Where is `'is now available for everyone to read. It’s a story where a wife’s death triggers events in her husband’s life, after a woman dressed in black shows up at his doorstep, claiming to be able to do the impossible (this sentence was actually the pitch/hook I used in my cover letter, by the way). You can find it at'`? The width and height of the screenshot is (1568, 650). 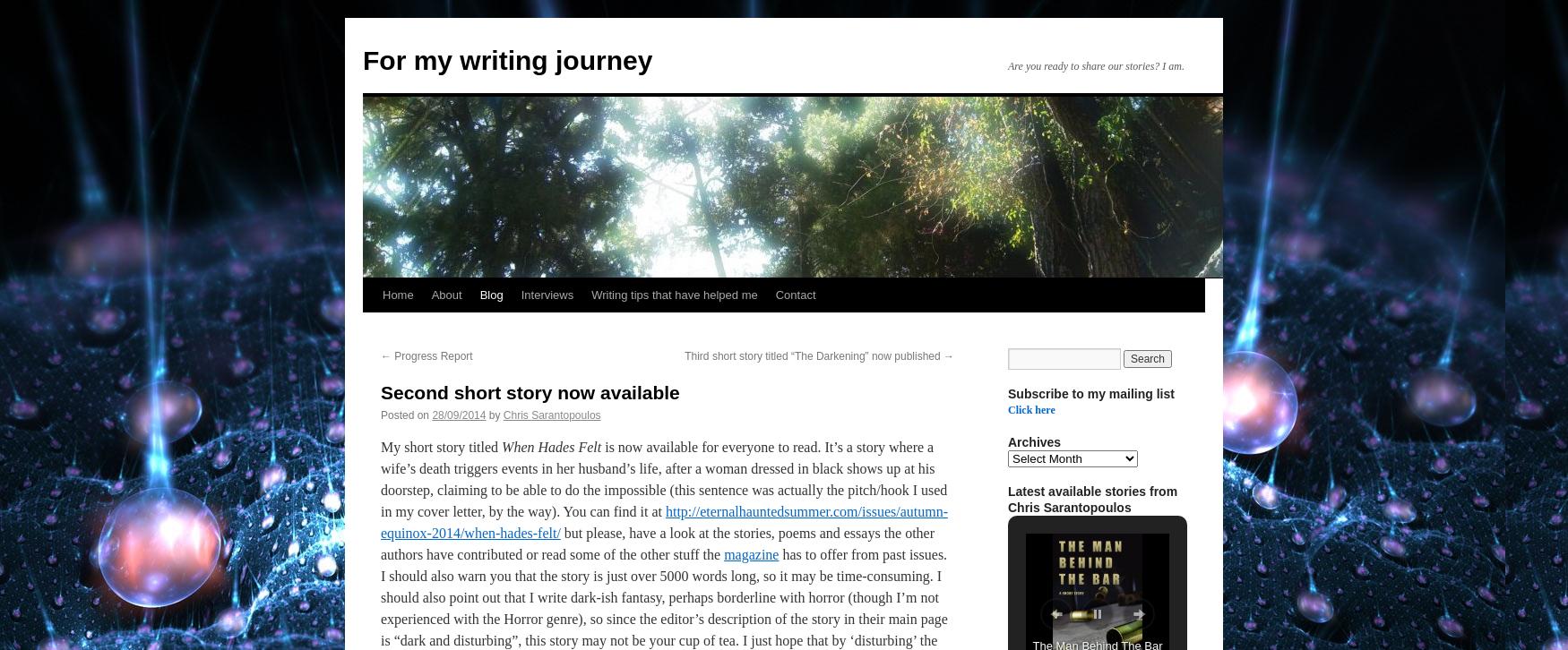
'is now available for everyone to read. It’s a story where a wife’s death triggers events in her husband’s life, after a woman dressed in black shows up at his doorstep, claiming to be able to do the impossible (this sentence was actually the pitch/hook I used in my cover letter, by the way). You can find it at' is located at coordinates (380, 479).